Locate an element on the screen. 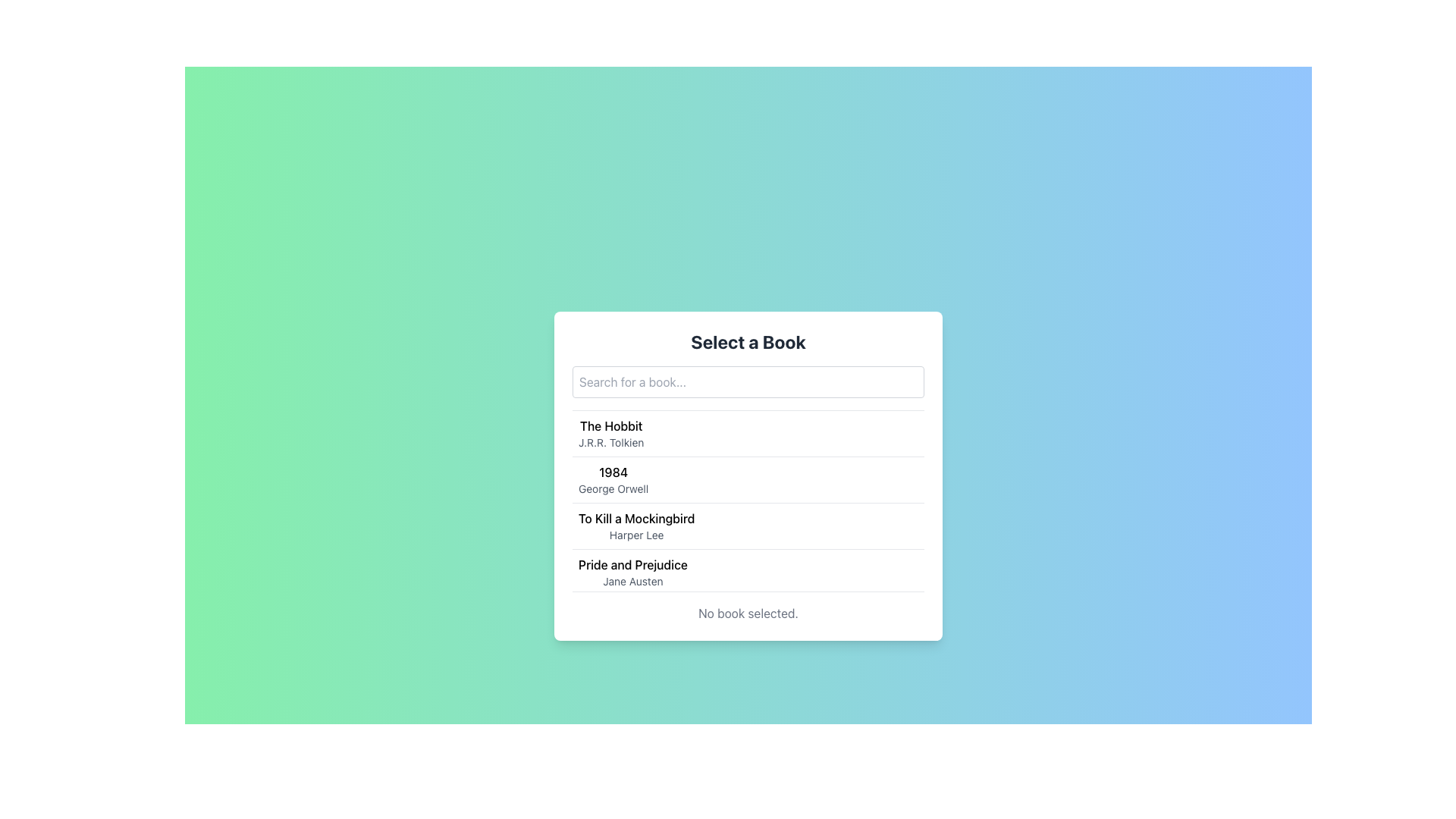  the title text element for the book entry 'To Kill a Mockingbird' is located at coordinates (636, 517).